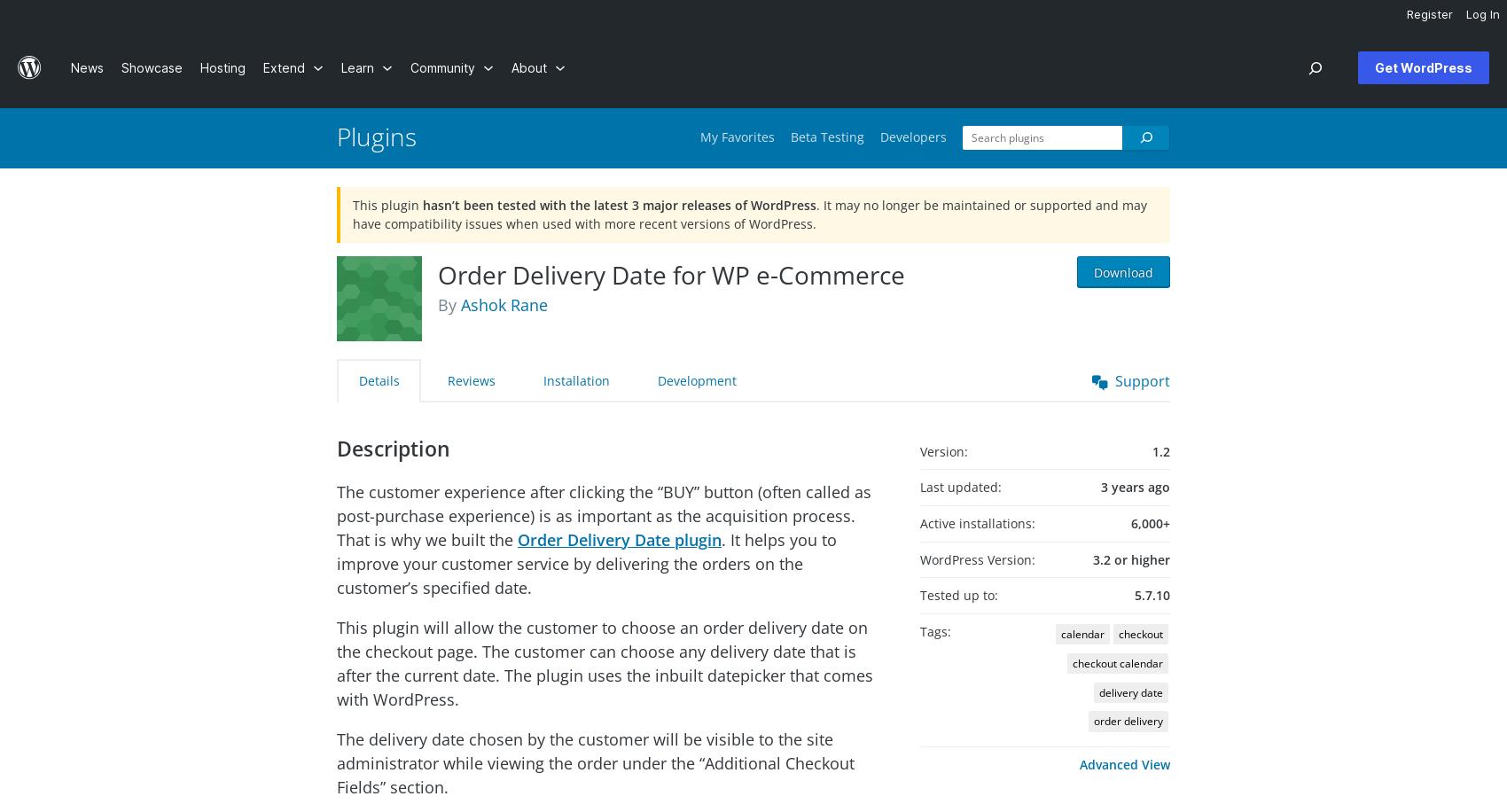  Describe the element at coordinates (1134, 594) in the screenshot. I see `'5.7.10'` at that location.